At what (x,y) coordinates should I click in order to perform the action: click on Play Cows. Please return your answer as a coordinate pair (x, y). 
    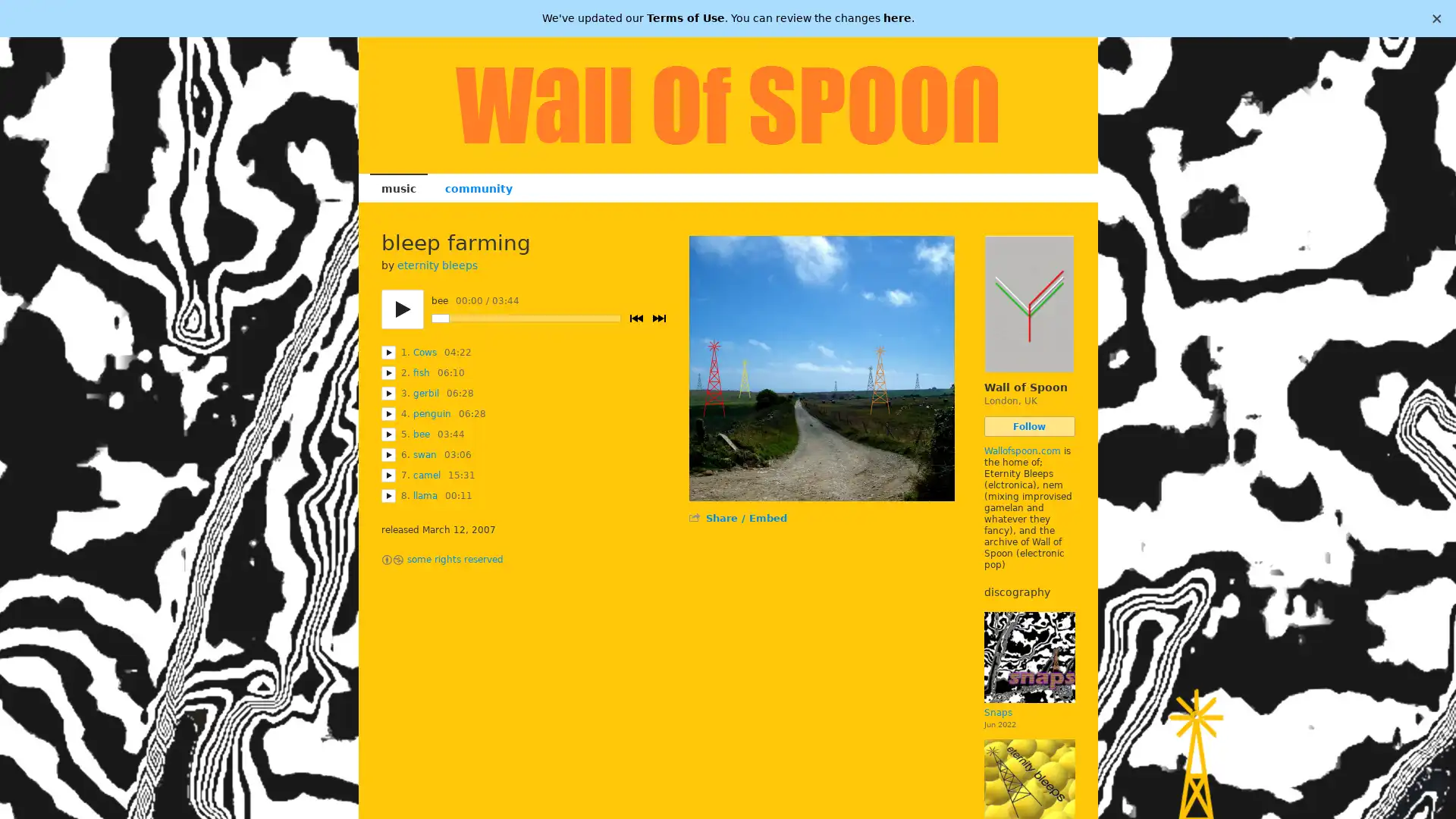
    Looking at the image, I should click on (388, 353).